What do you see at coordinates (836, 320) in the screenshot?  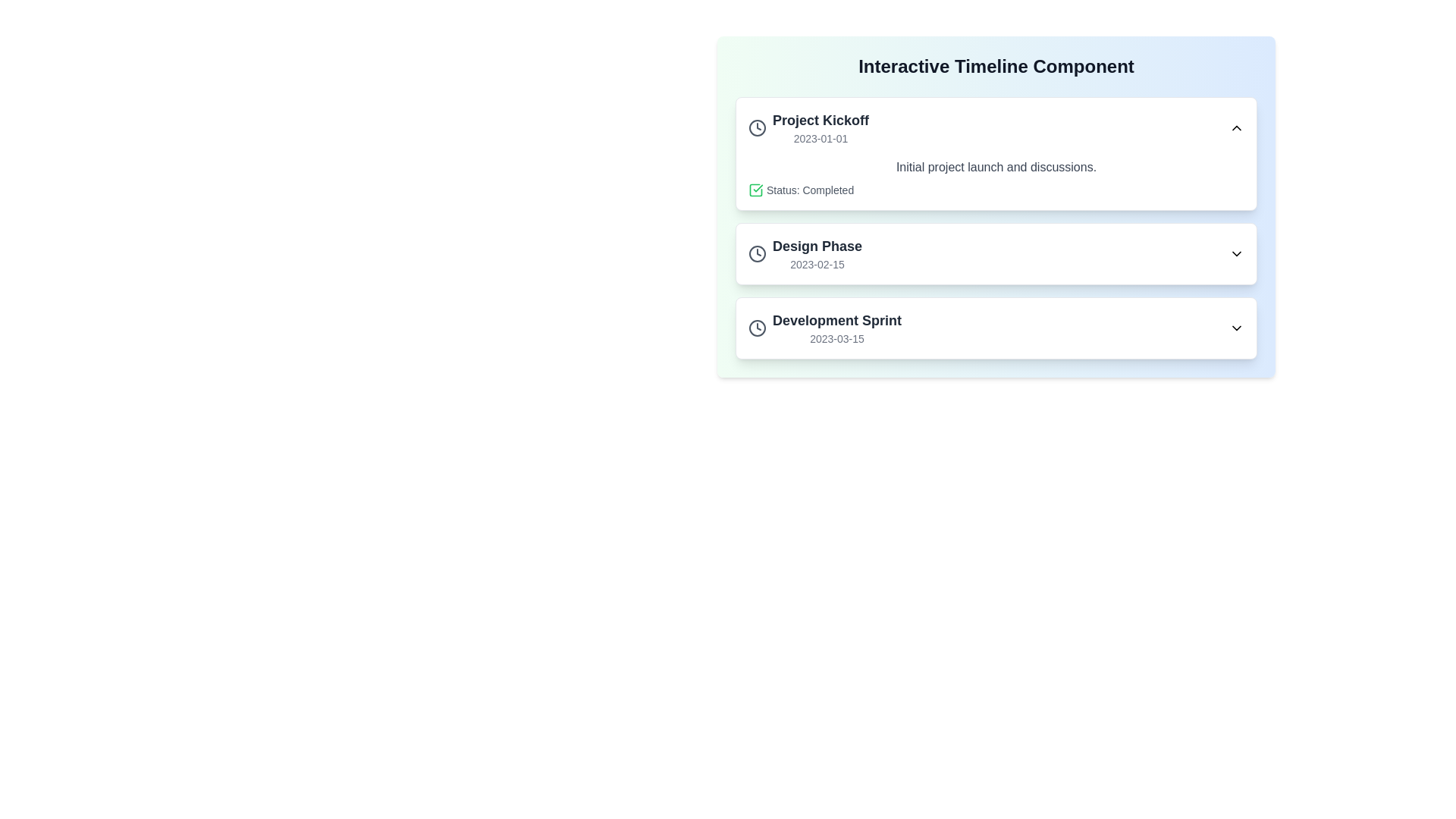 I see `the title text of the third timeline entry labeled 'Development Sprint', which is positioned above the date '2023-03-15'` at bounding box center [836, 320].